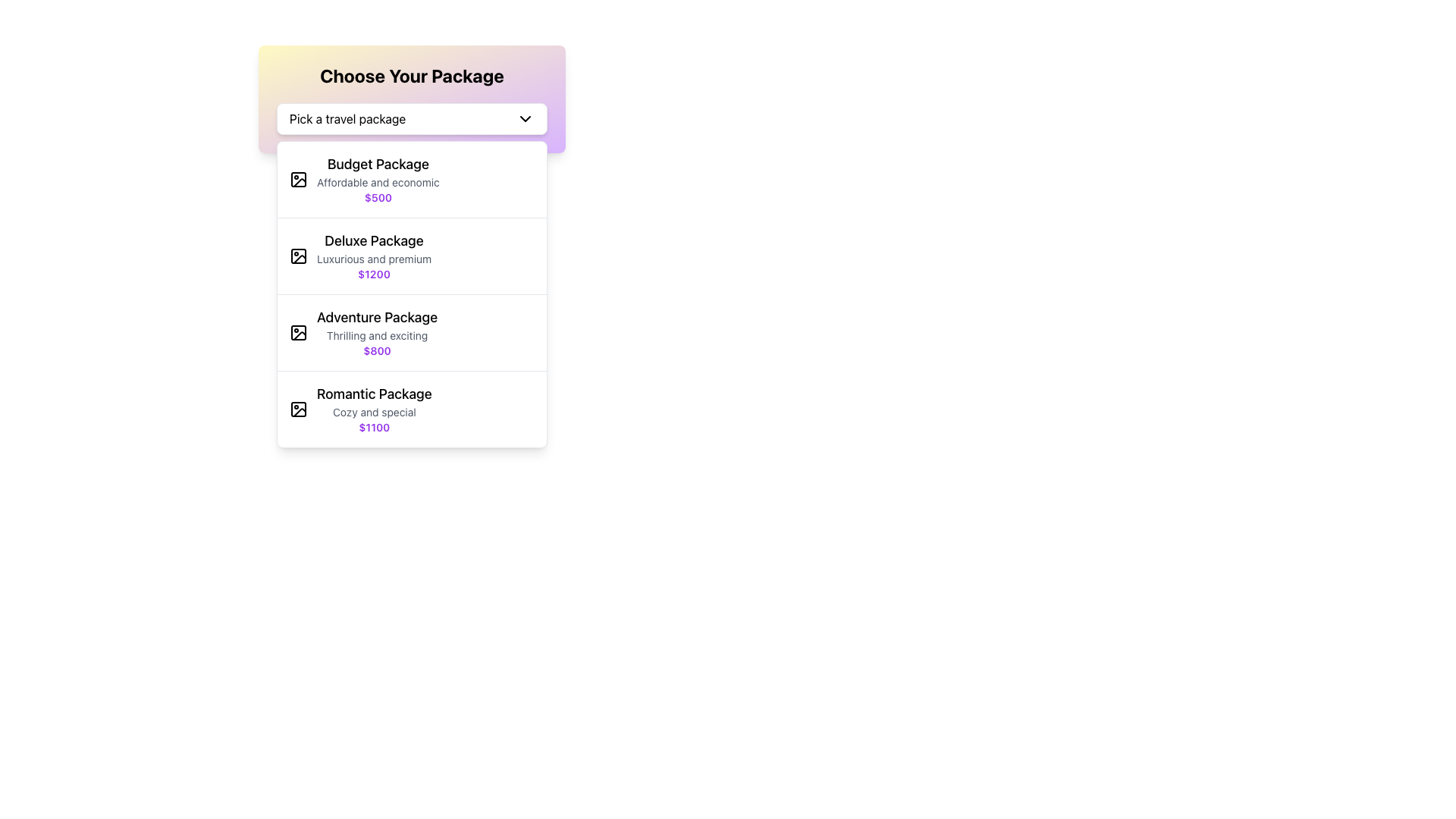  I want to click on the dropdown menu labeled 'Pick a travel package' with a downward arrow icon, so click(412, 99).